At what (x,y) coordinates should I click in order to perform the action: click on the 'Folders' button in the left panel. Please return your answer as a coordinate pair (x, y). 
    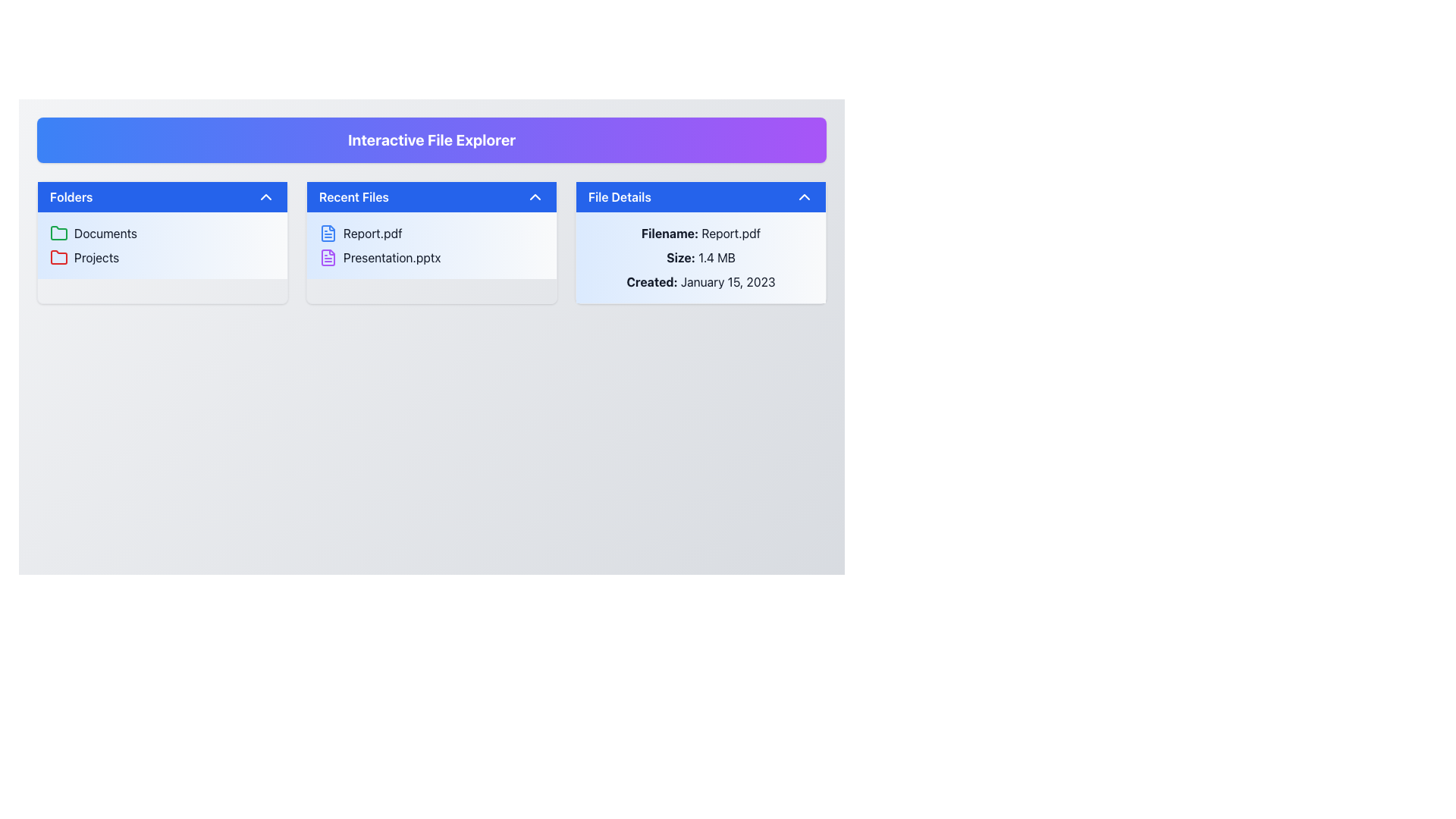
    Looking at the image, I should click on (162, 196).